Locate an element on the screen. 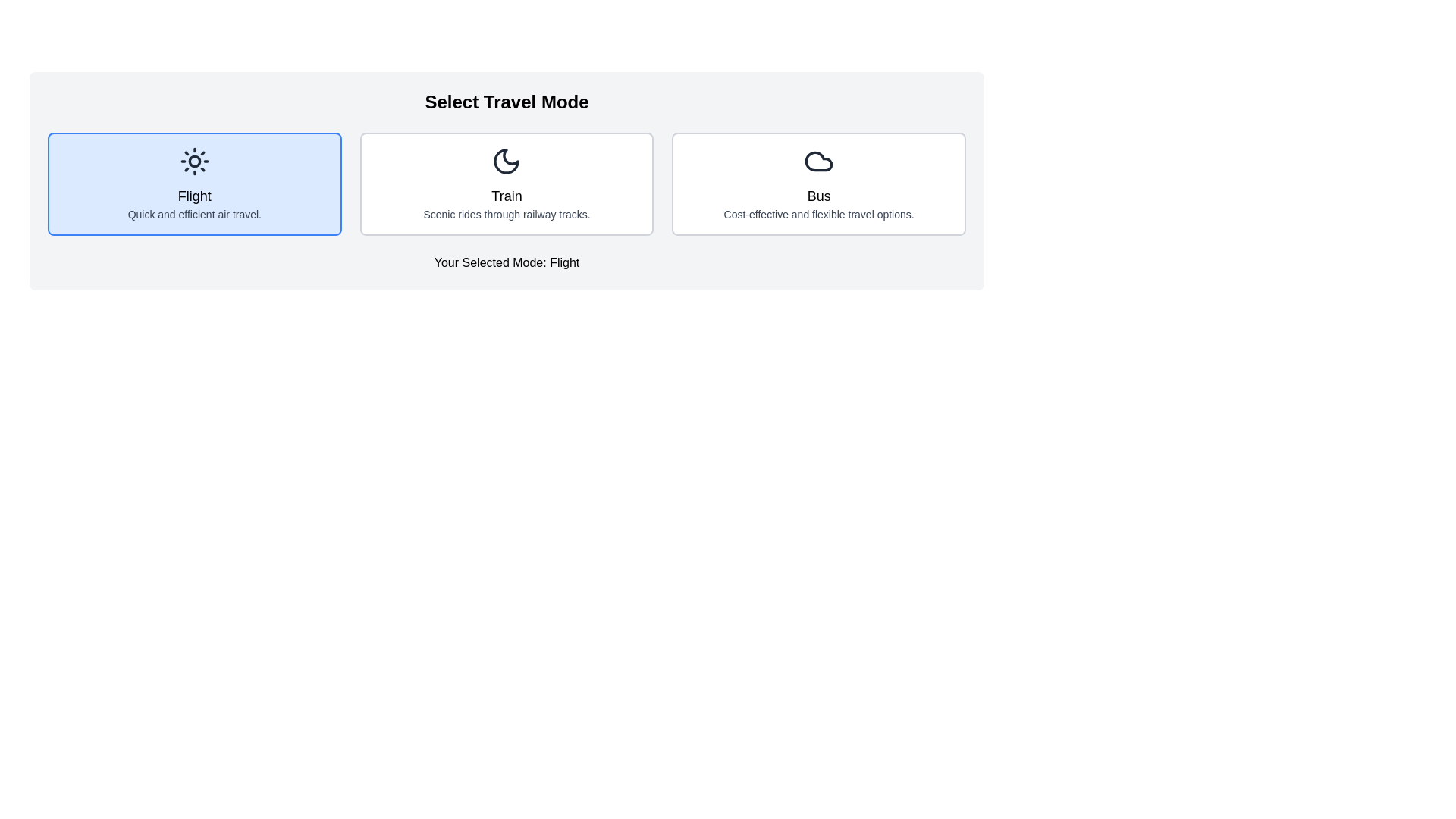 This screenshot has width=1456, height=819. the text label reading 'Train', which is the second selectable option in a horizontal layout of cards, positioned below a crescent moon icon and above the subtitle 'Scenic rides through railway tracks' is located at coordinates (507, 195).